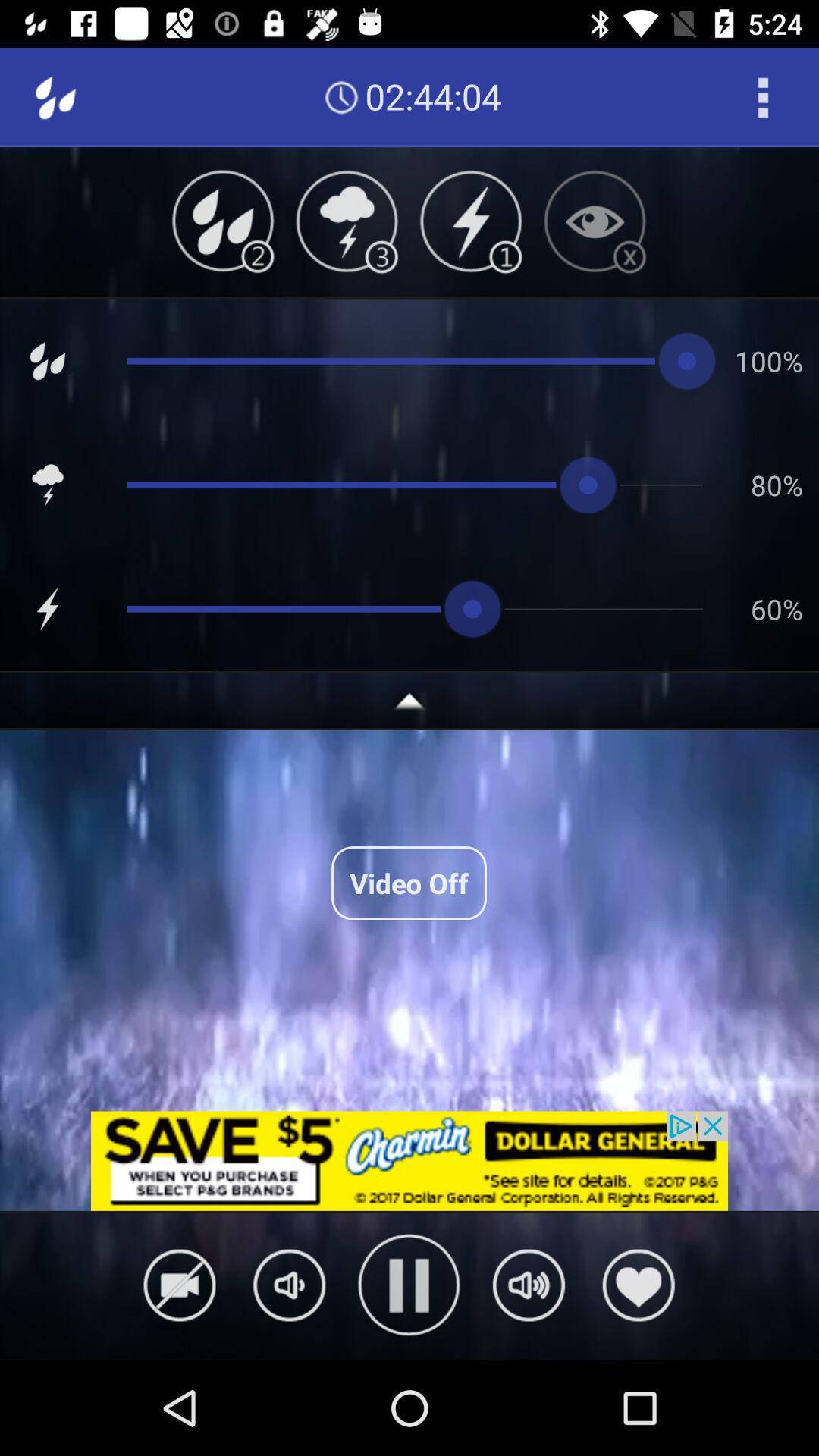  I want to click on the visibility icon, so click(594, 221).